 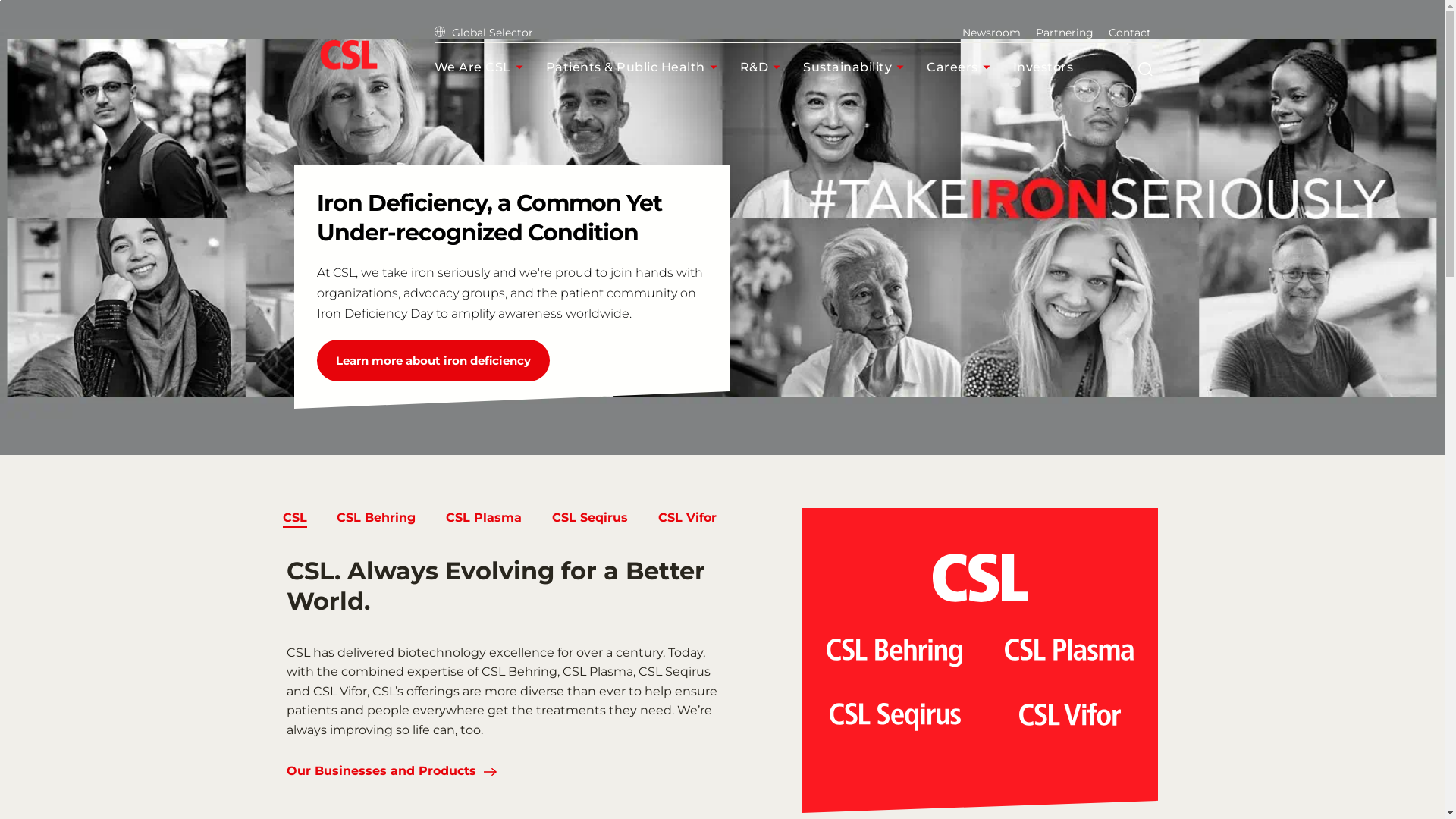 What do you see at coordinates (482, 32) in the screenshot?
I see `'Global Selector'` at bounding box center [482, 32].